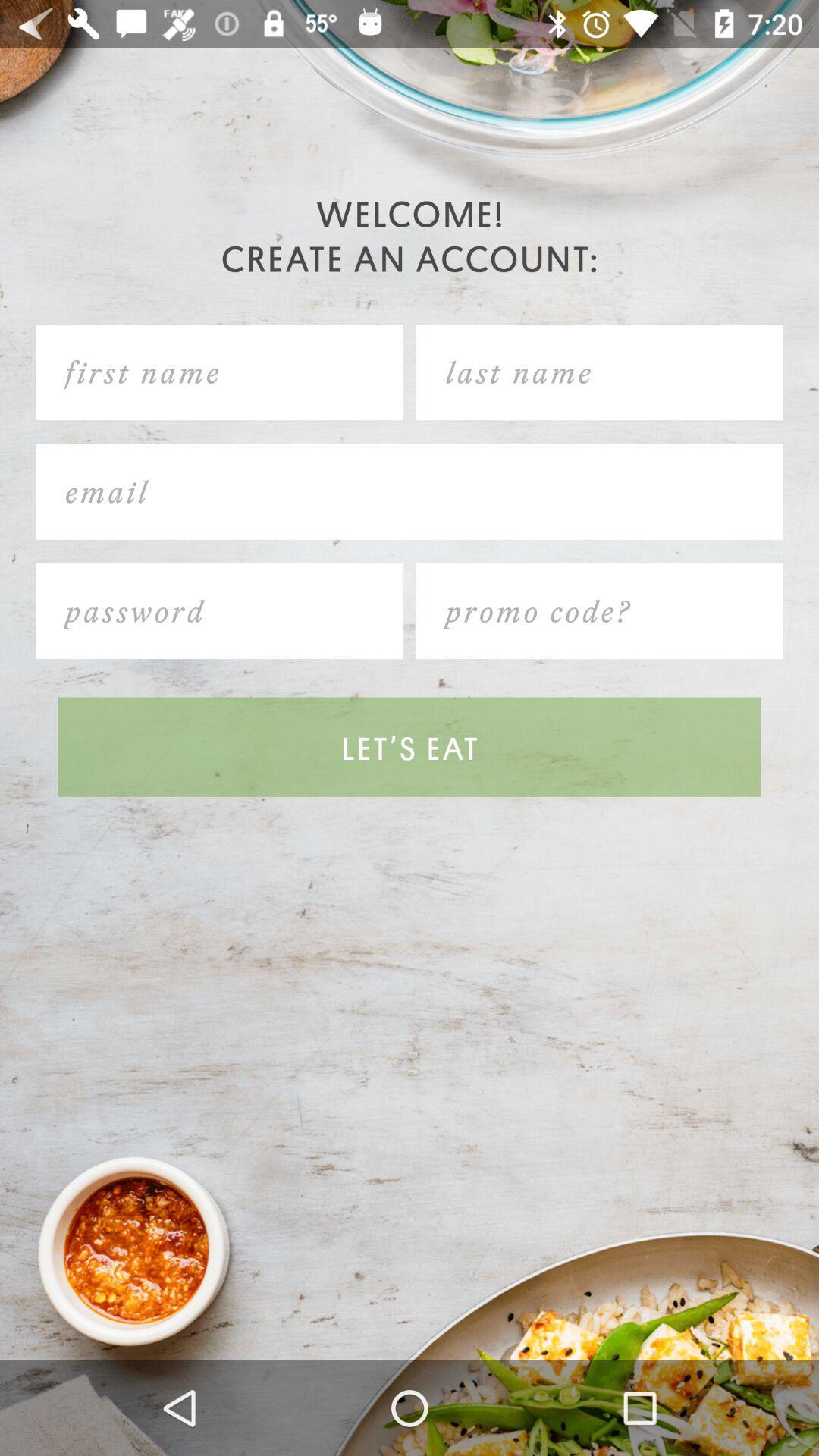 This screenshot has height=1456, width=819. I want to click on password, so click(219, 611).